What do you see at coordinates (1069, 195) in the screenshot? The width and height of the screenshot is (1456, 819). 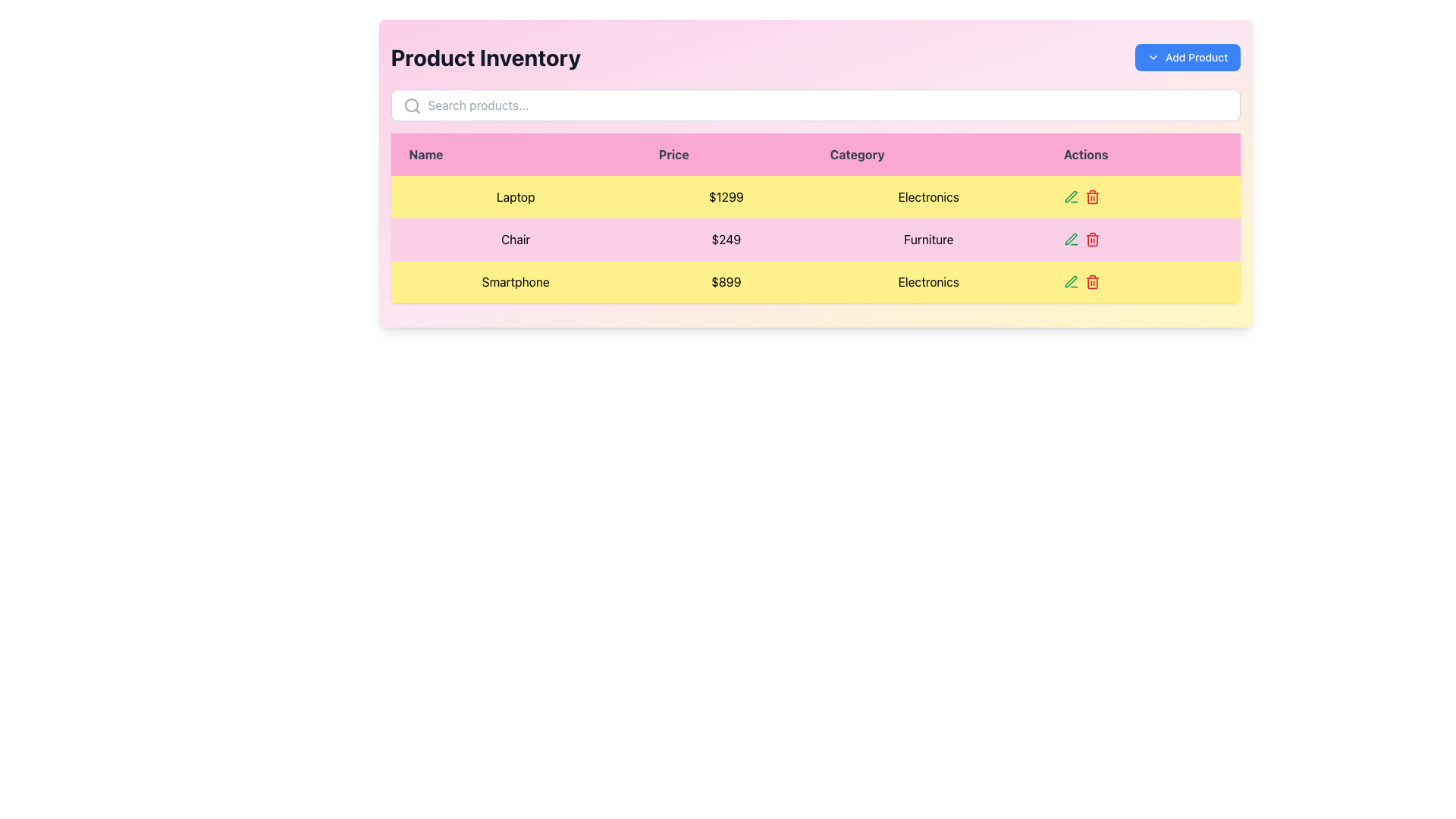 I see `the green pen icon in the 'Actions' column of the second row` at bounding box center [1069, 195].